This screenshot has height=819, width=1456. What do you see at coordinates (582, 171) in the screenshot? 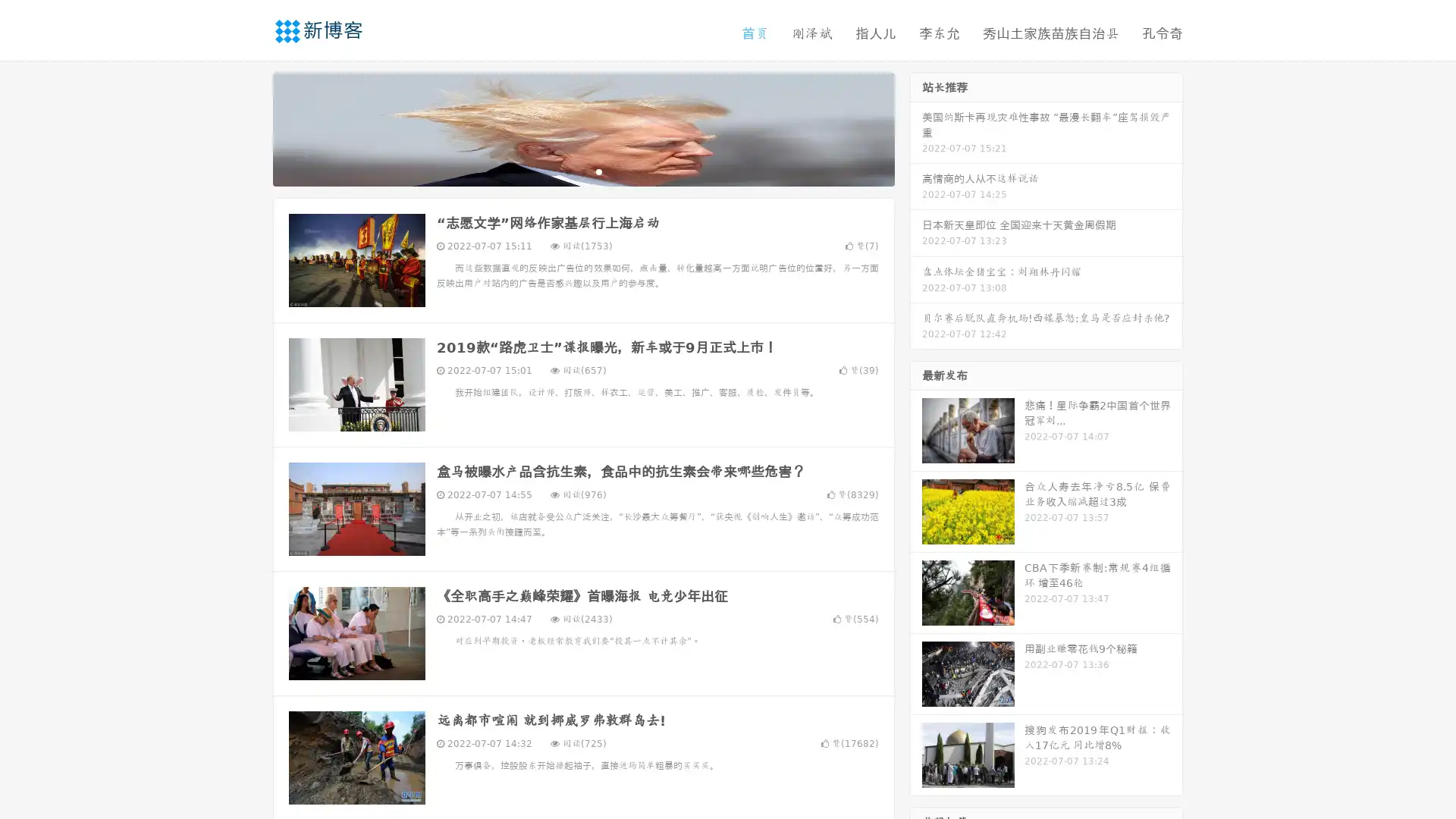
I see `Go to slide 2` at bounding box center [582, 171].